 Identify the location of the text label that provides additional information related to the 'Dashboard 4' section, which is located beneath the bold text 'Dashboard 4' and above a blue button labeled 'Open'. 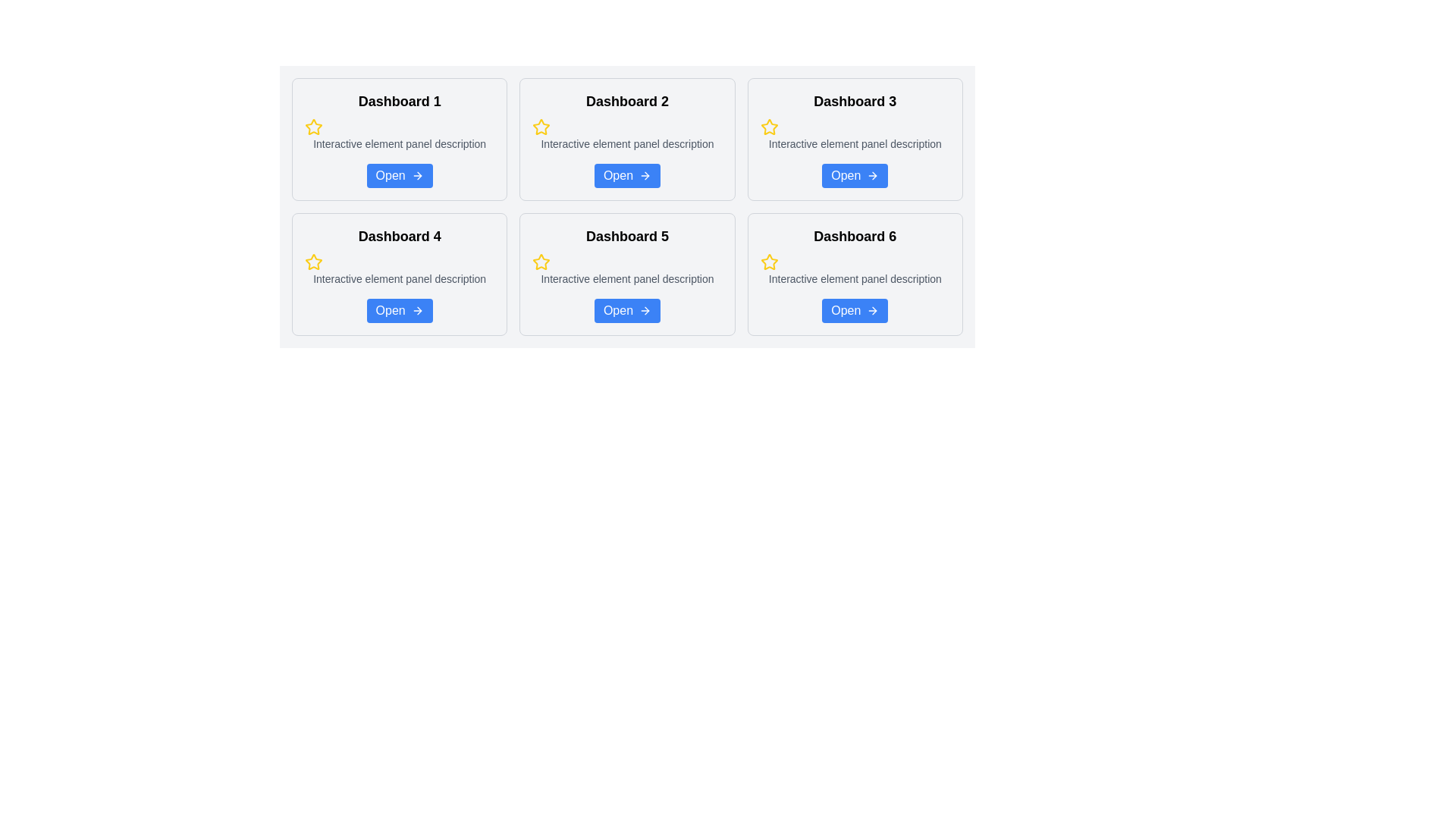
(400, 278).